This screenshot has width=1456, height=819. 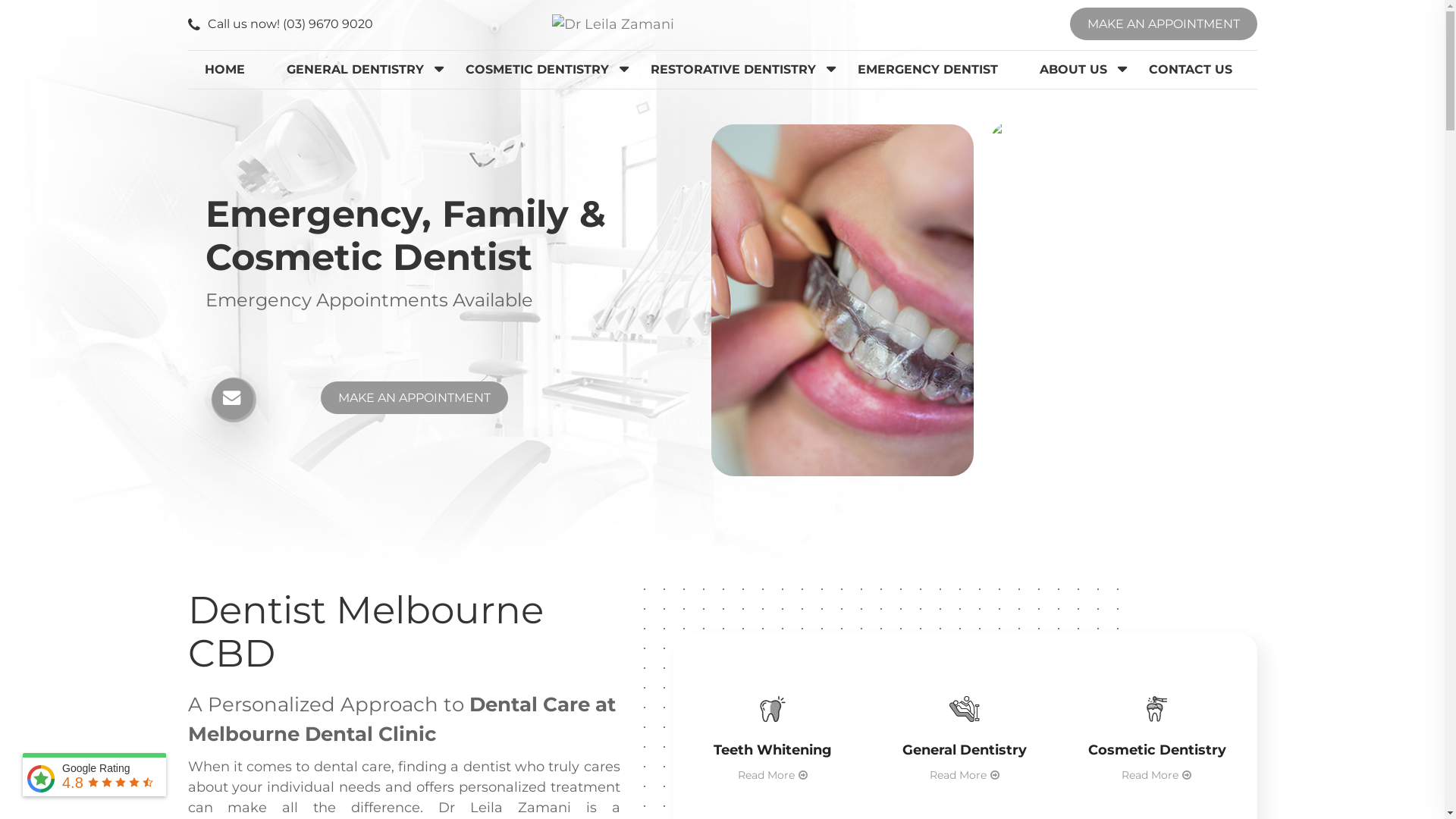 What do you see at coordinates (1162, 24) in the screenshot?
I see `'MAKE AN APPOINTMENT'` at bounding box center [1162, 24].